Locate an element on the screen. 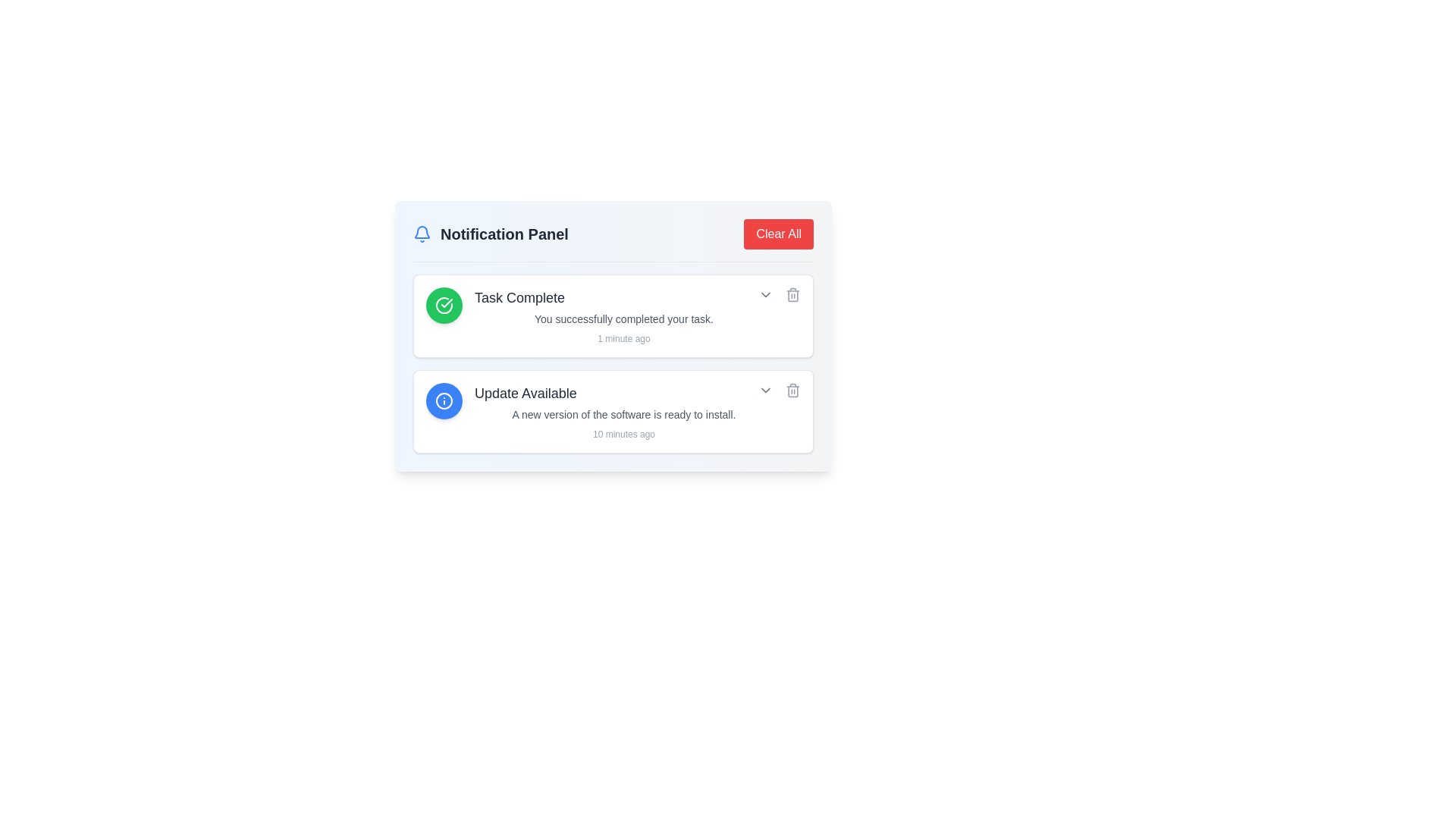 This screenshot has width=1456, height=819. the success status icon located in the first notification panel to the left of the 'Task Complete' notification is located at coordinates (443, 305).